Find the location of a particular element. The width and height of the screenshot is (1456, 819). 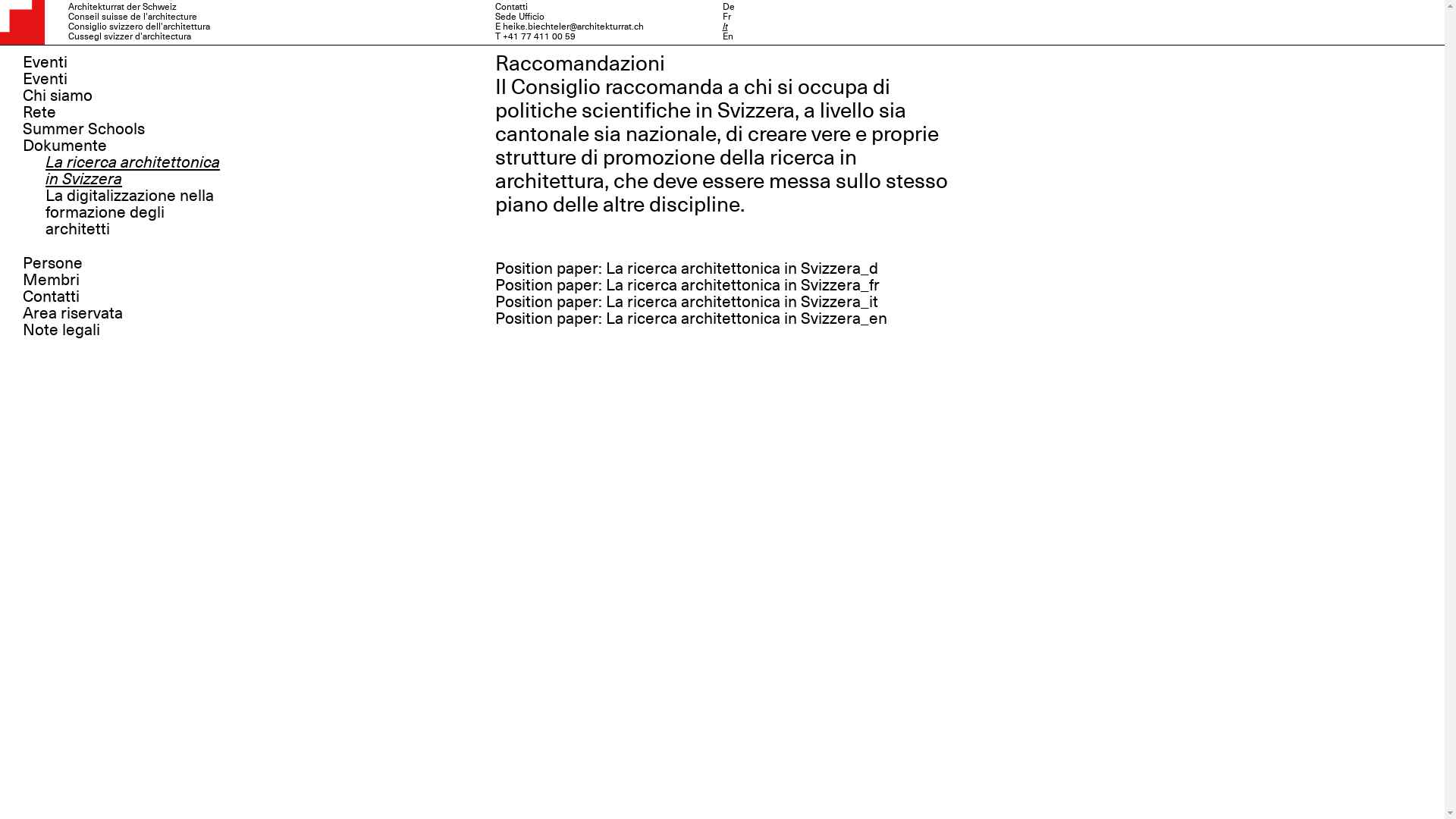

'Rete' is located at coordinates (39, 111).